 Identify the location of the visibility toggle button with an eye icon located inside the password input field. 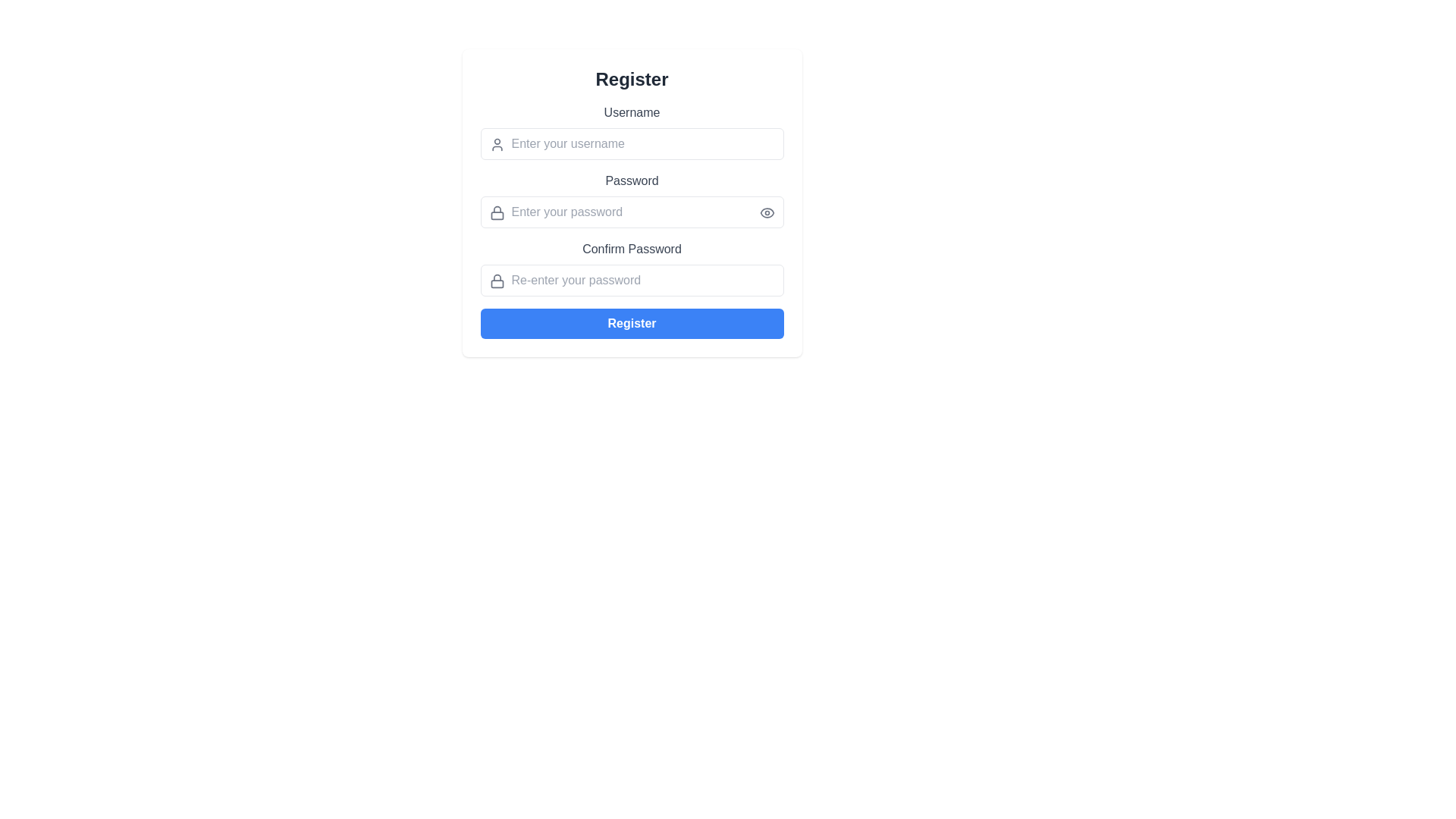
(767, 213).